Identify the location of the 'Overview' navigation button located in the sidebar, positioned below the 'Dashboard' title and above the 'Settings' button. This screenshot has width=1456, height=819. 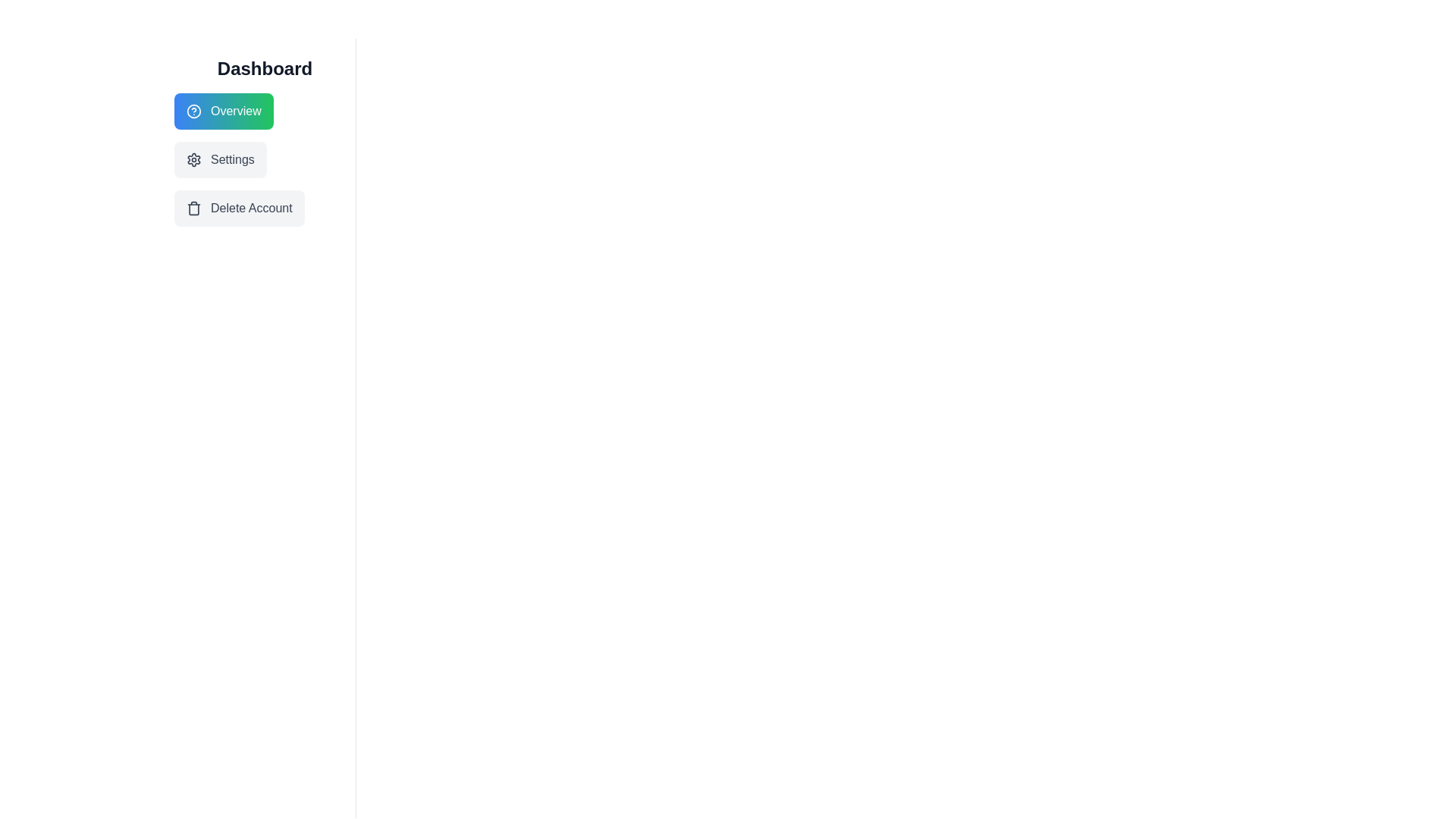
(223, 110).